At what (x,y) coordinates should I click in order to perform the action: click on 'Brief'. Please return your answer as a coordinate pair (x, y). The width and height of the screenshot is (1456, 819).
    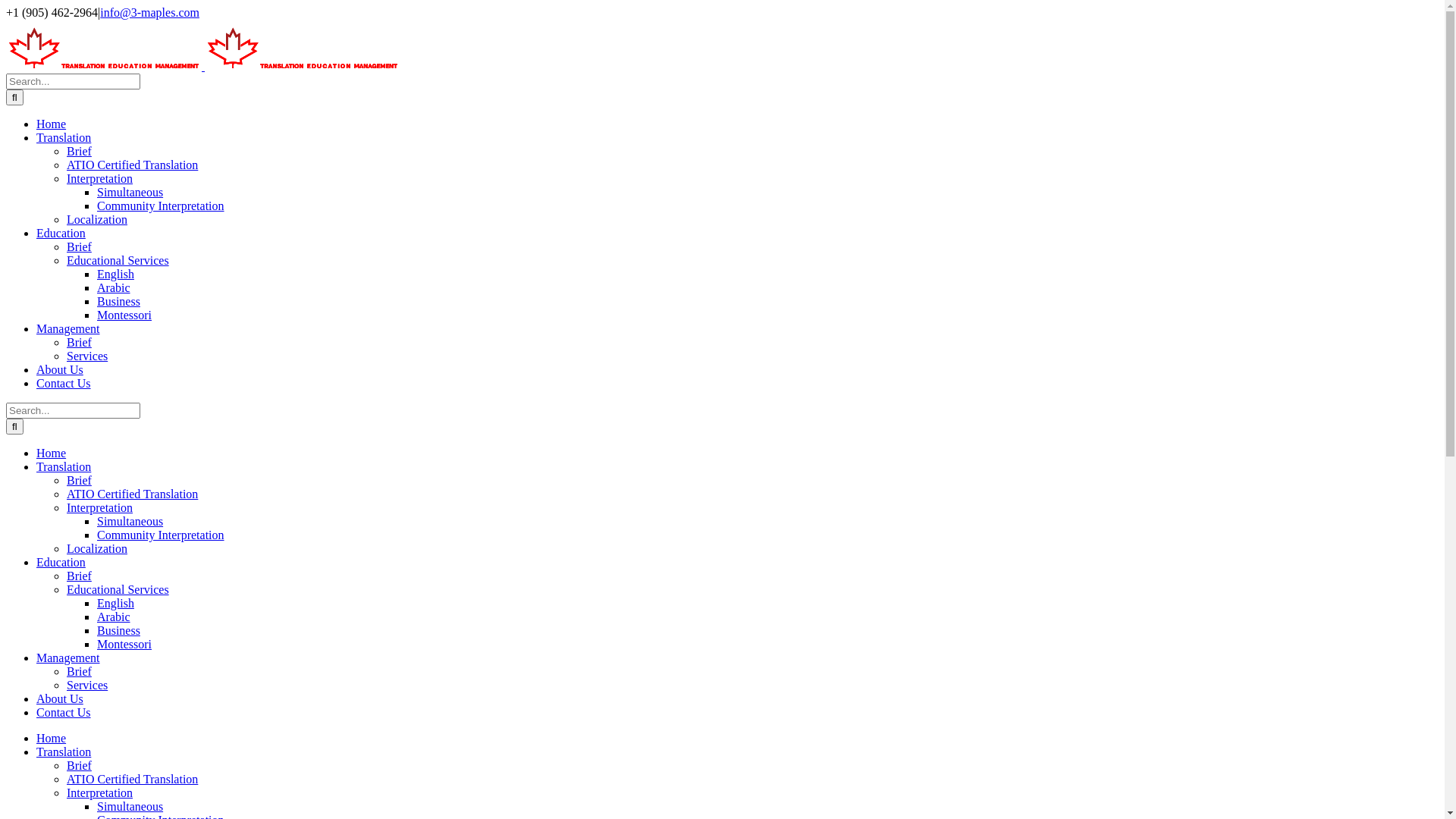
    Looking at the image, I should click on (78, 246).